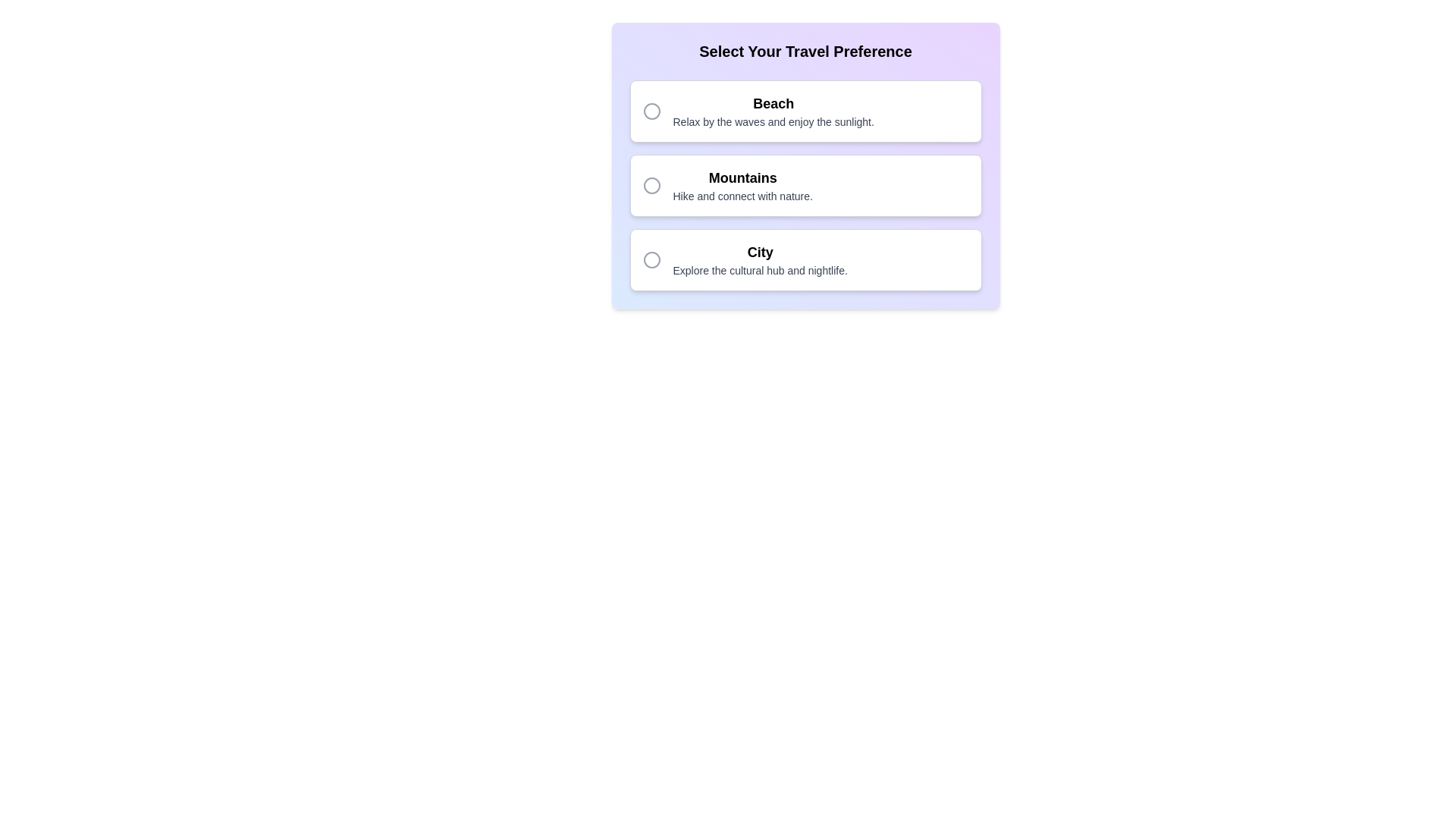  I want to click on the circular SVG element representing the radio button for the 'Mountains' option, which is located in the second position of a vertical list of three options, so click(651, 185).